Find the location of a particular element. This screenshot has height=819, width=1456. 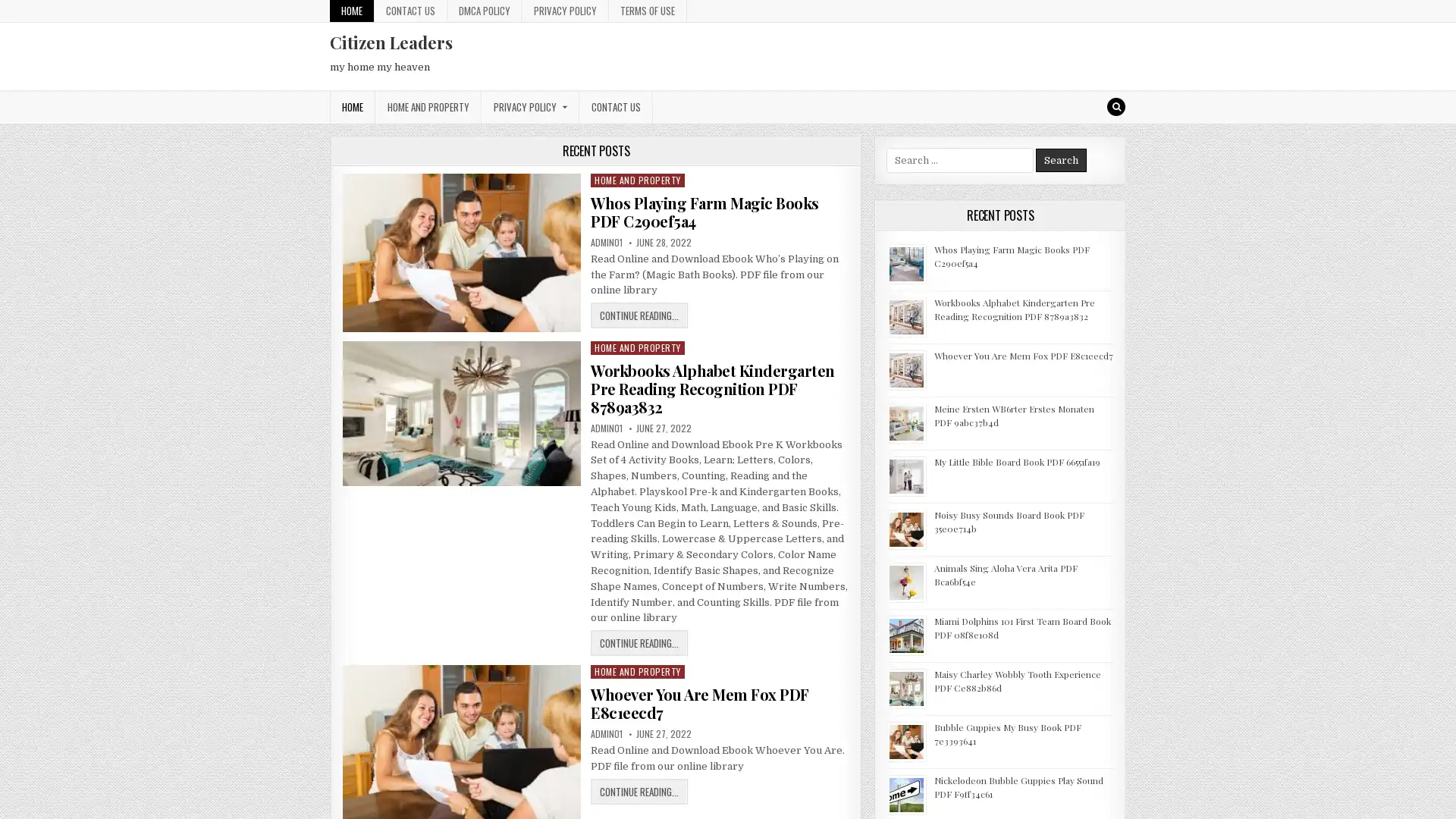

Search is located at coordinates (1060, 160).